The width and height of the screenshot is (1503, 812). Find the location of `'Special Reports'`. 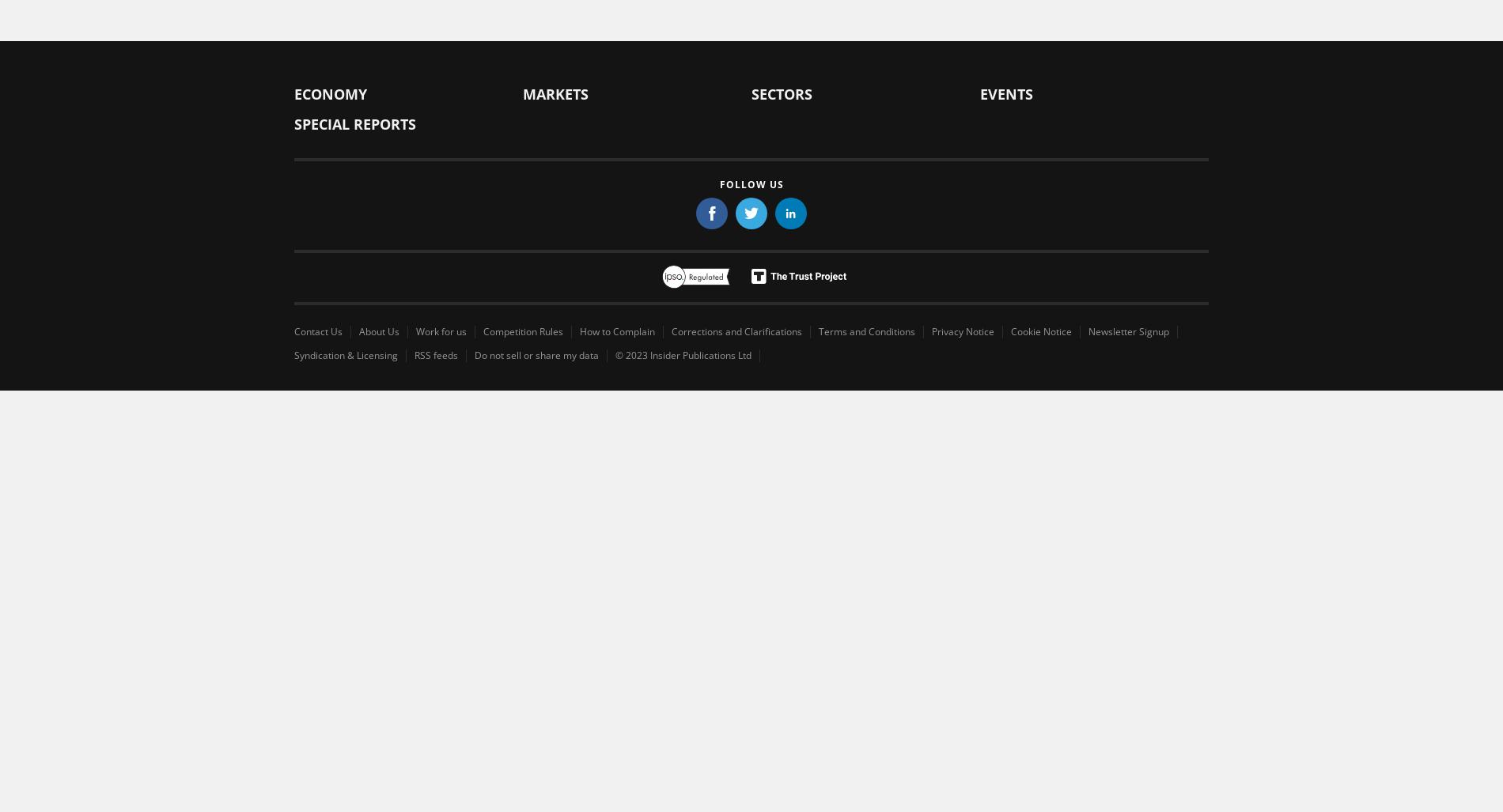

'Special Reports' is located at coordinates (354, 123).